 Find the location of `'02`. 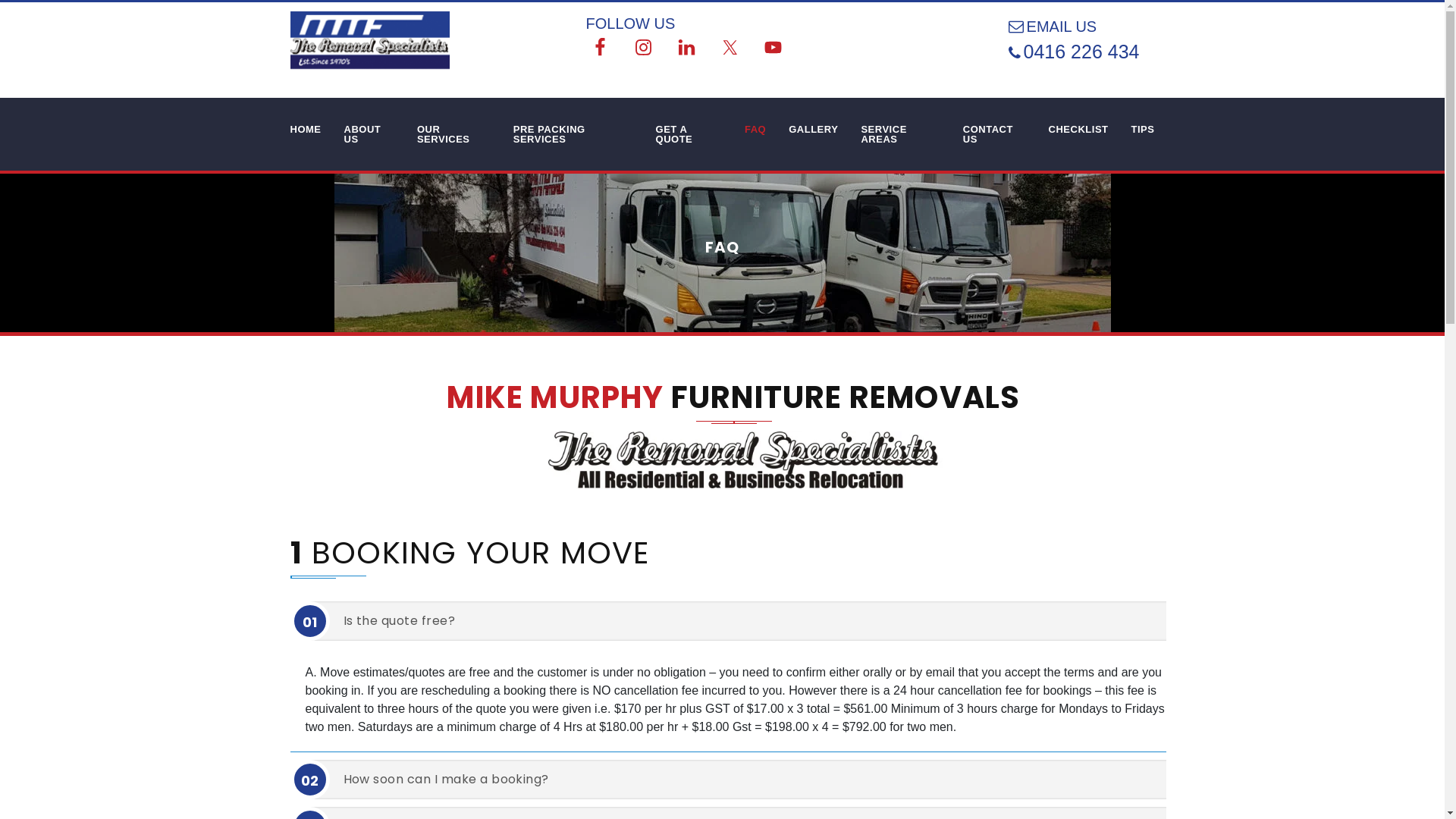

'02 is located at coordinates (745, 780).